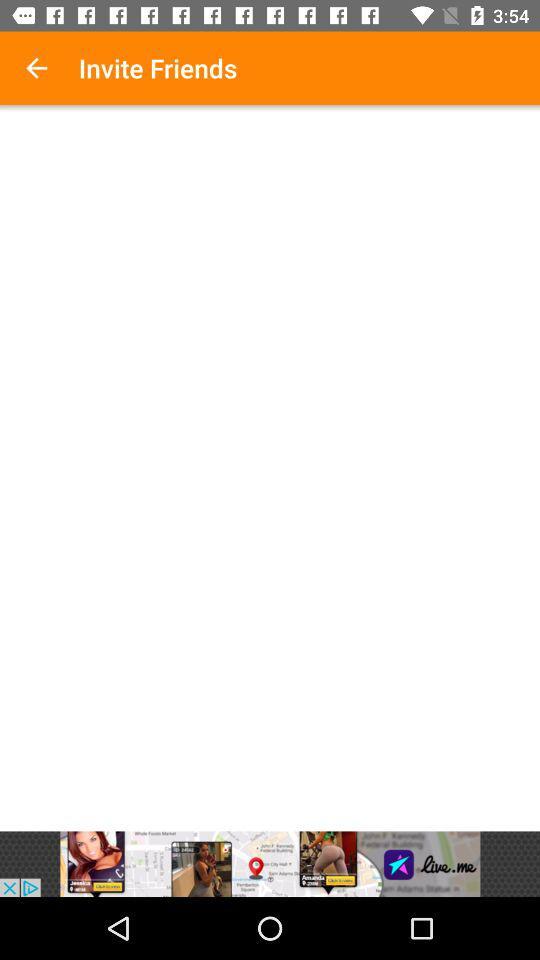 The height and width of the screenshot is (960, 540). Describe the element at coordinates (270, 863) in the screenshot. I see `advertisement banner` at that location.